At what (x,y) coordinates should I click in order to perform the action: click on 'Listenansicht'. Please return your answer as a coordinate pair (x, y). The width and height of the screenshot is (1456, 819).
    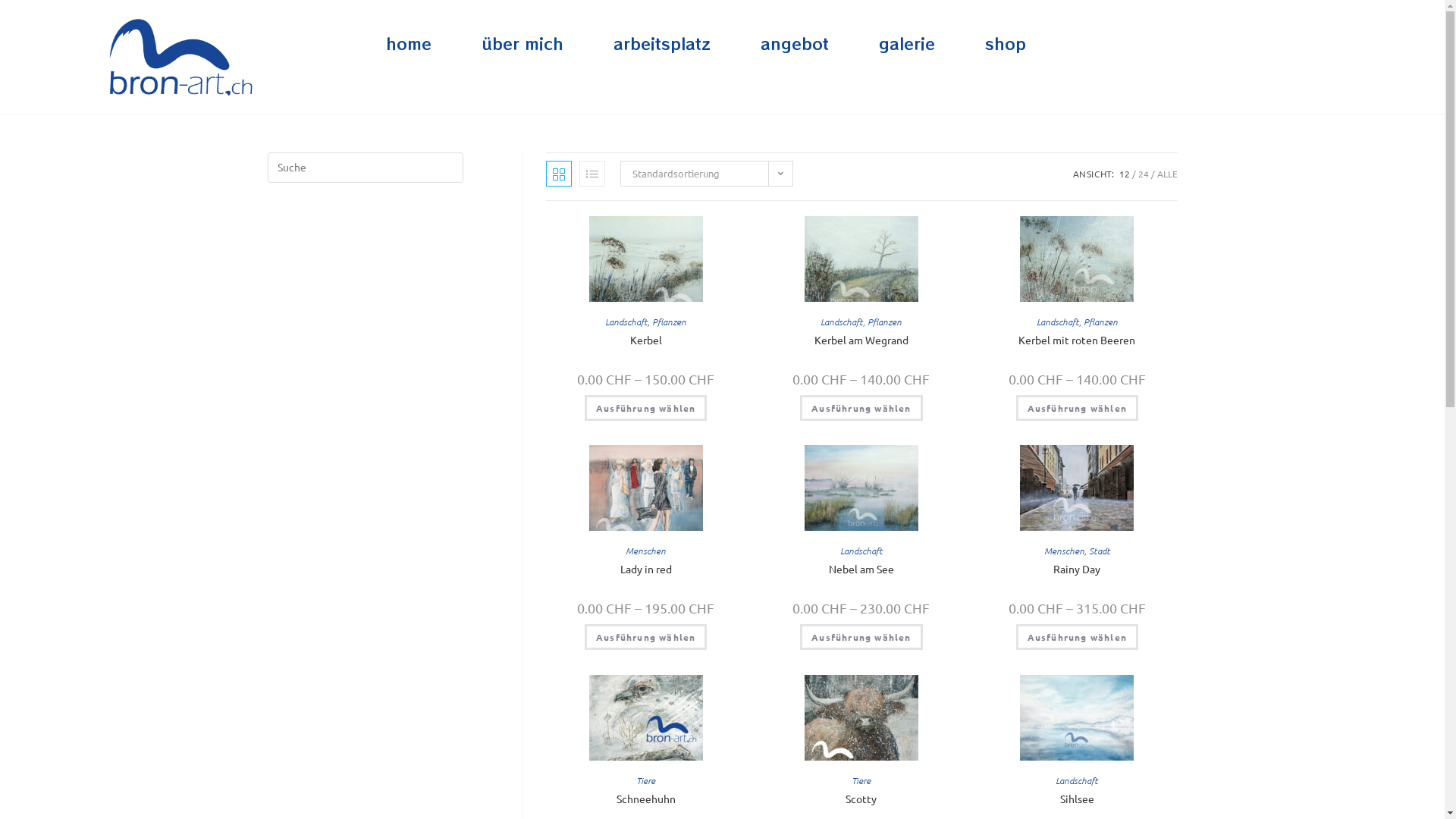
    Looking at the image, I should click on (591, 172).